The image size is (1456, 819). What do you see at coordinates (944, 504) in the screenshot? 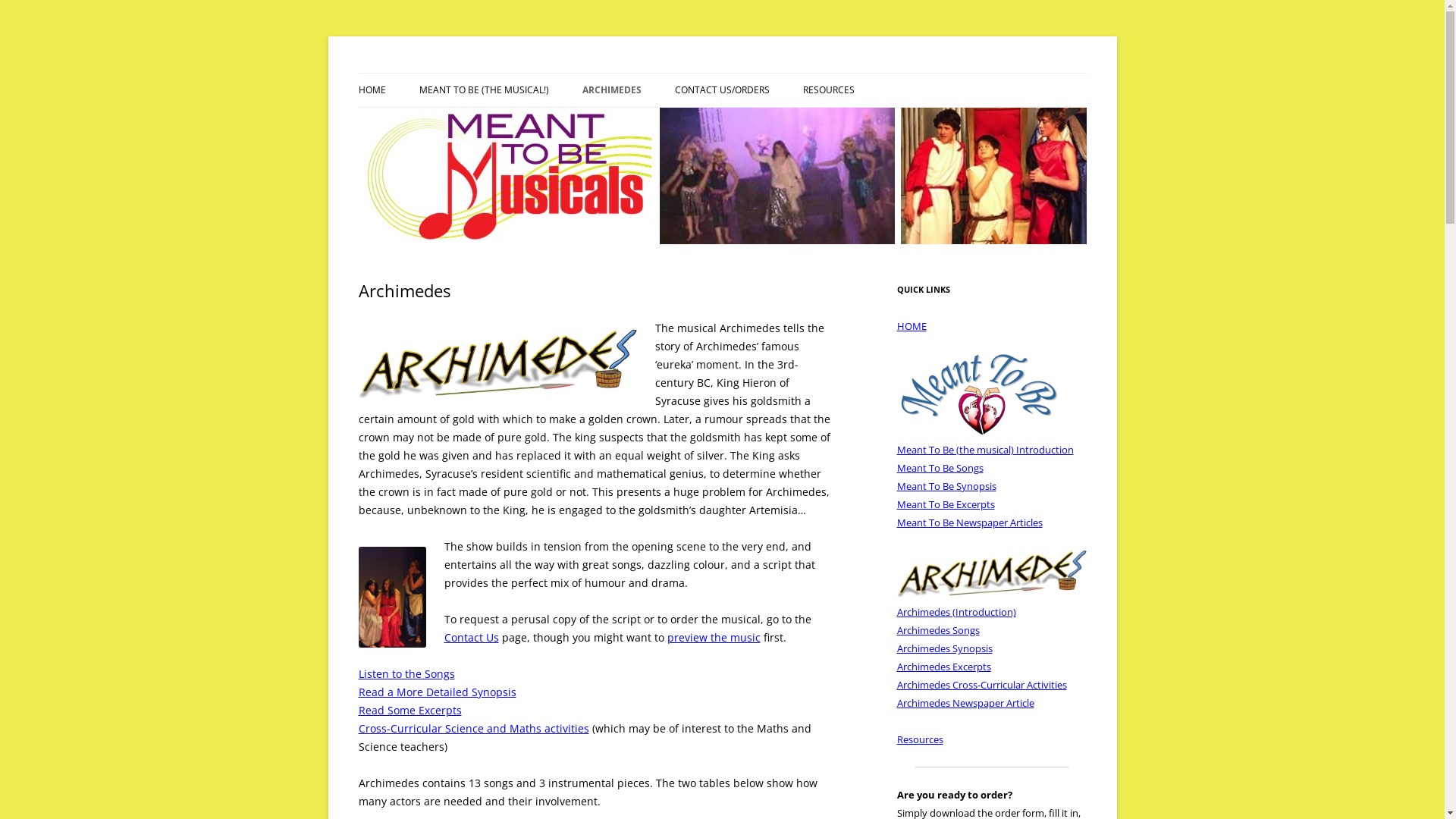
I see `'Meant To Be Excerpts'` at bounding box center [944, 504].